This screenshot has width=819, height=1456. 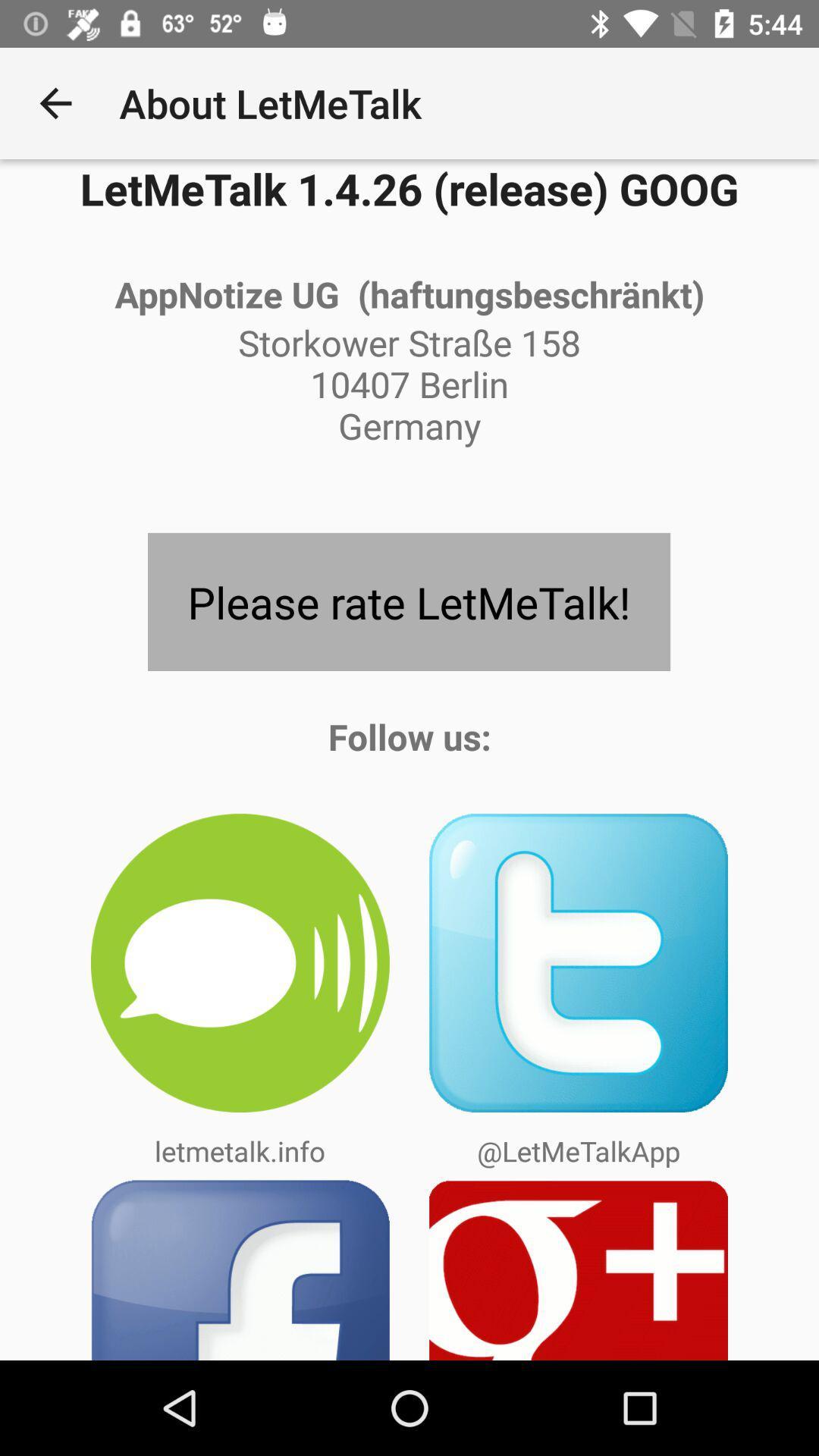 I want to click on app to the left of the about letmetalk icon, so click(x=55, y=102).